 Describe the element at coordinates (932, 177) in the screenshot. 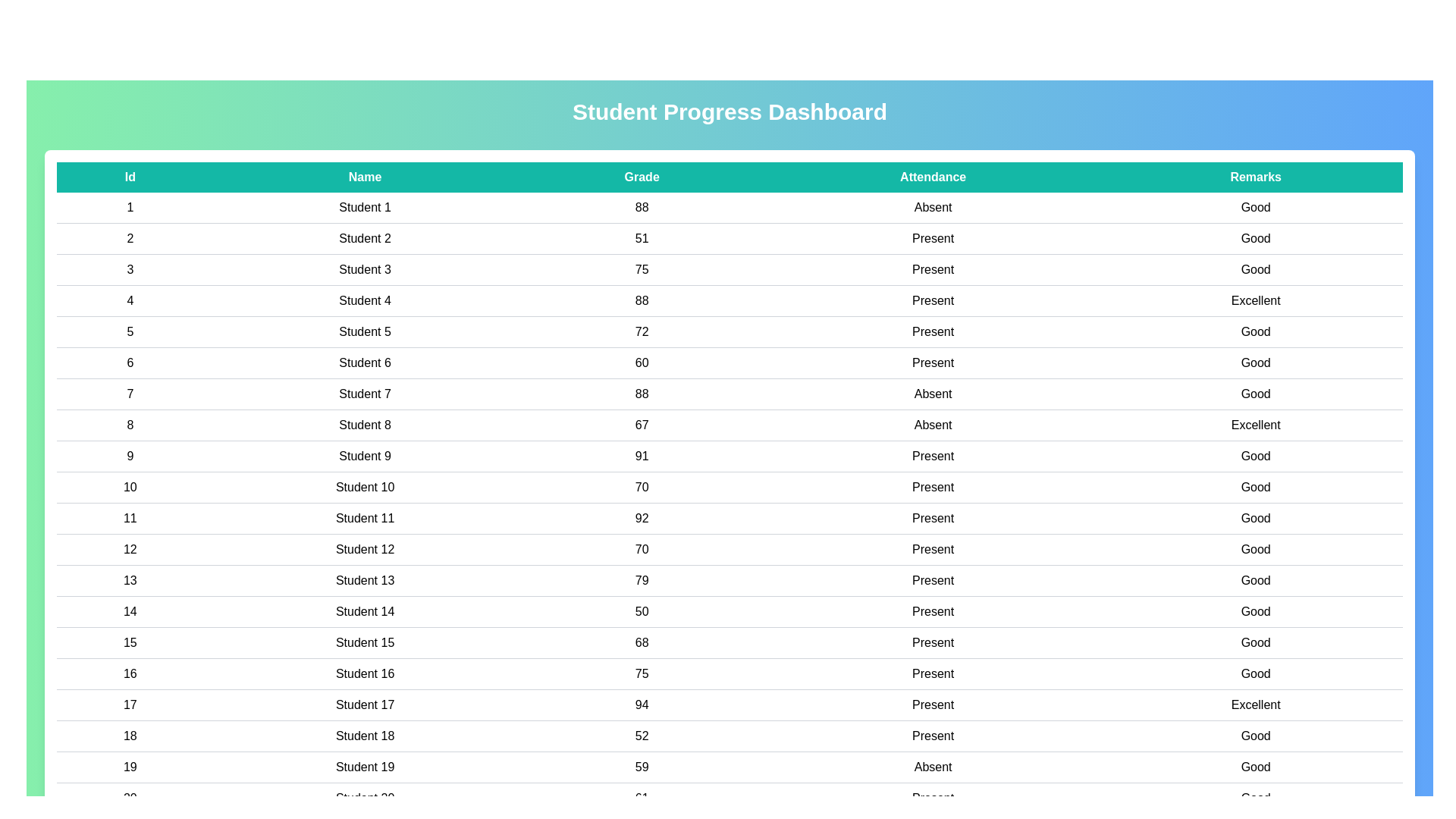

I see `the column header Attendance to sort the table by that column` at that location.